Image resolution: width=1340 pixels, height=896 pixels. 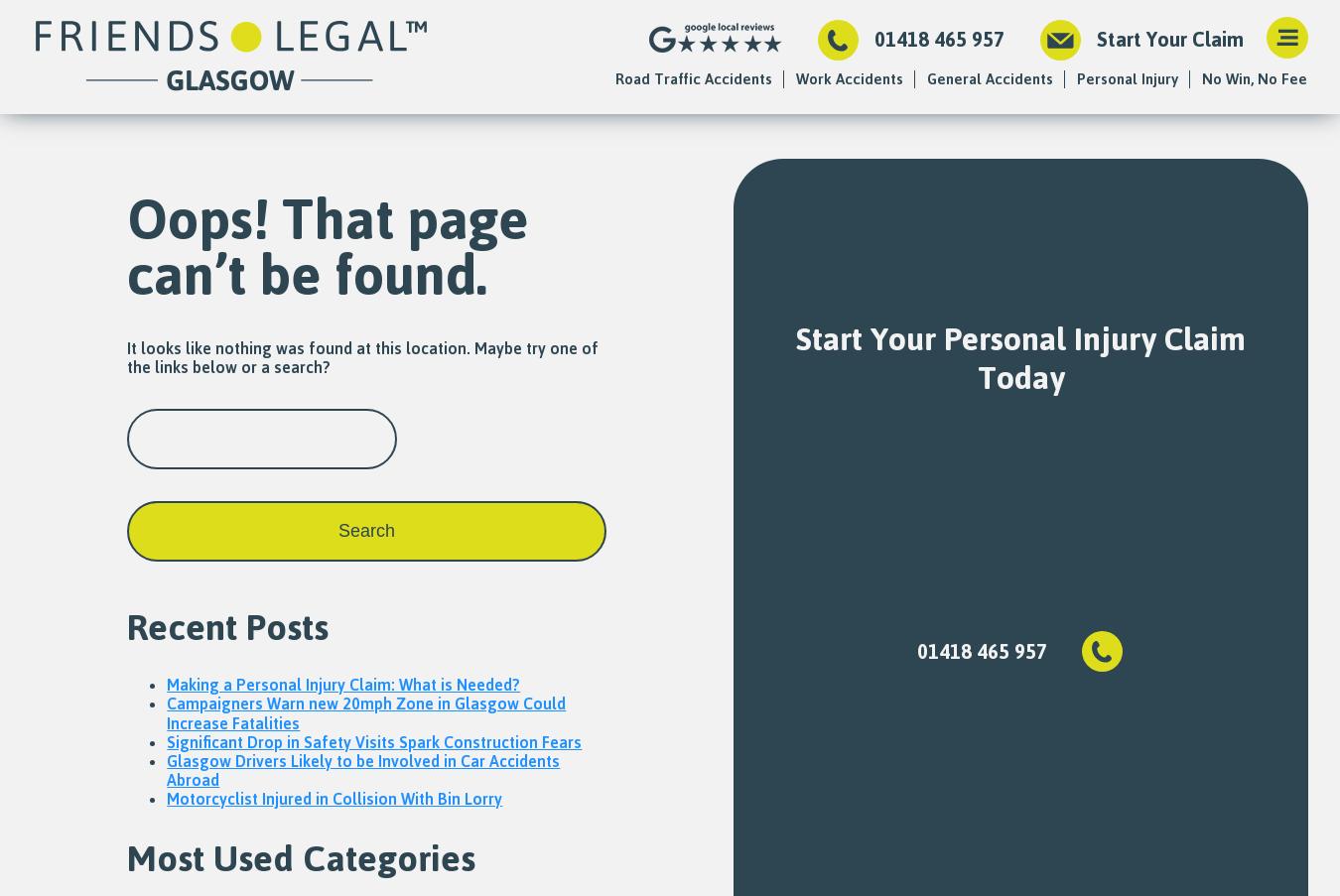 What do you see at coordinates (1120, 169) in the screenshot?
I see `'Head Injuries'` at bounding box center [1120, 169].